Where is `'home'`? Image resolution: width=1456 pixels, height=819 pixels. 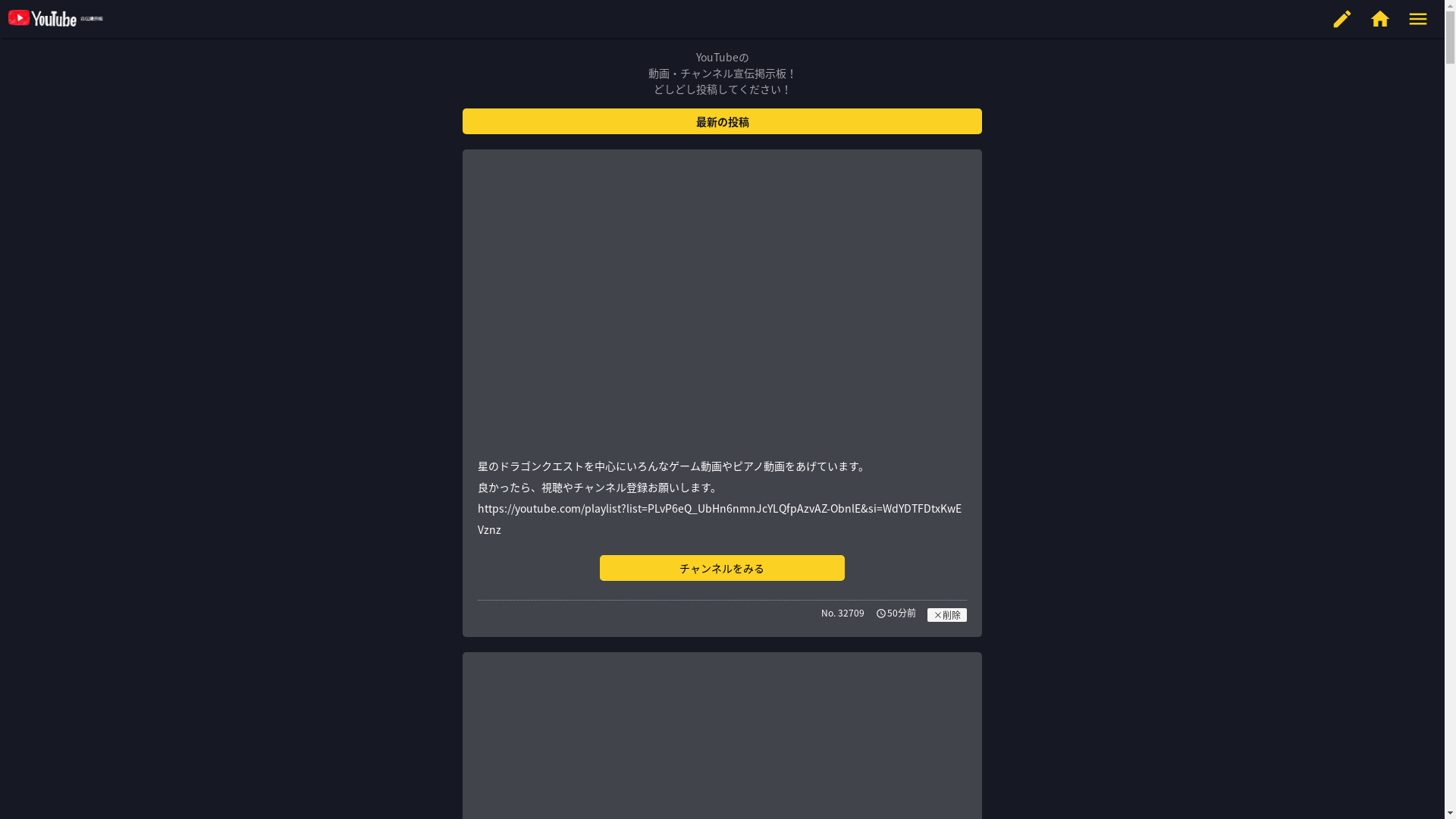
'home' is located at coordinates (1379, 18).